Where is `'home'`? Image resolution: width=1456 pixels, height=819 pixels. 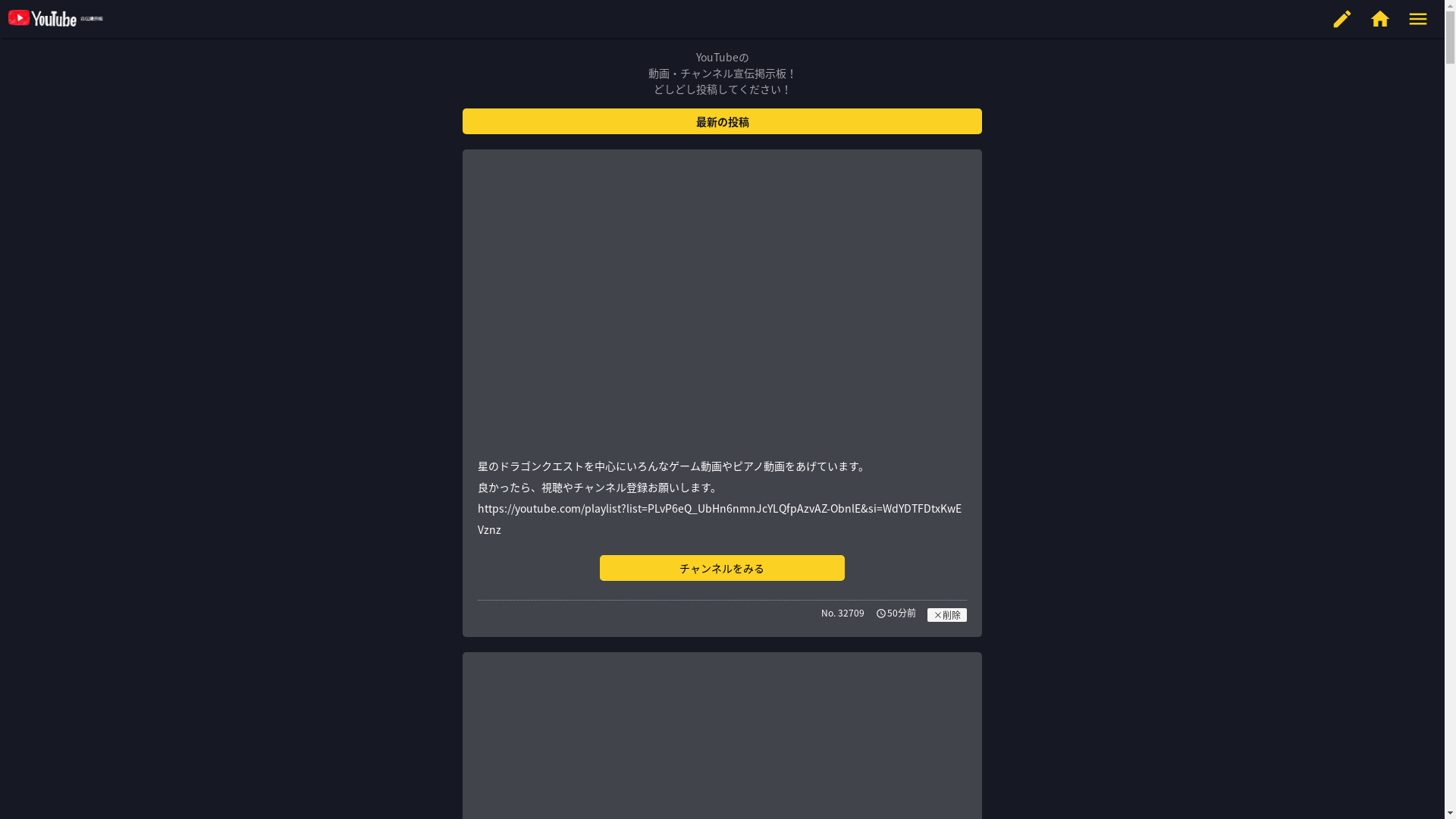
'home' is located at coordinates (1379, 18).